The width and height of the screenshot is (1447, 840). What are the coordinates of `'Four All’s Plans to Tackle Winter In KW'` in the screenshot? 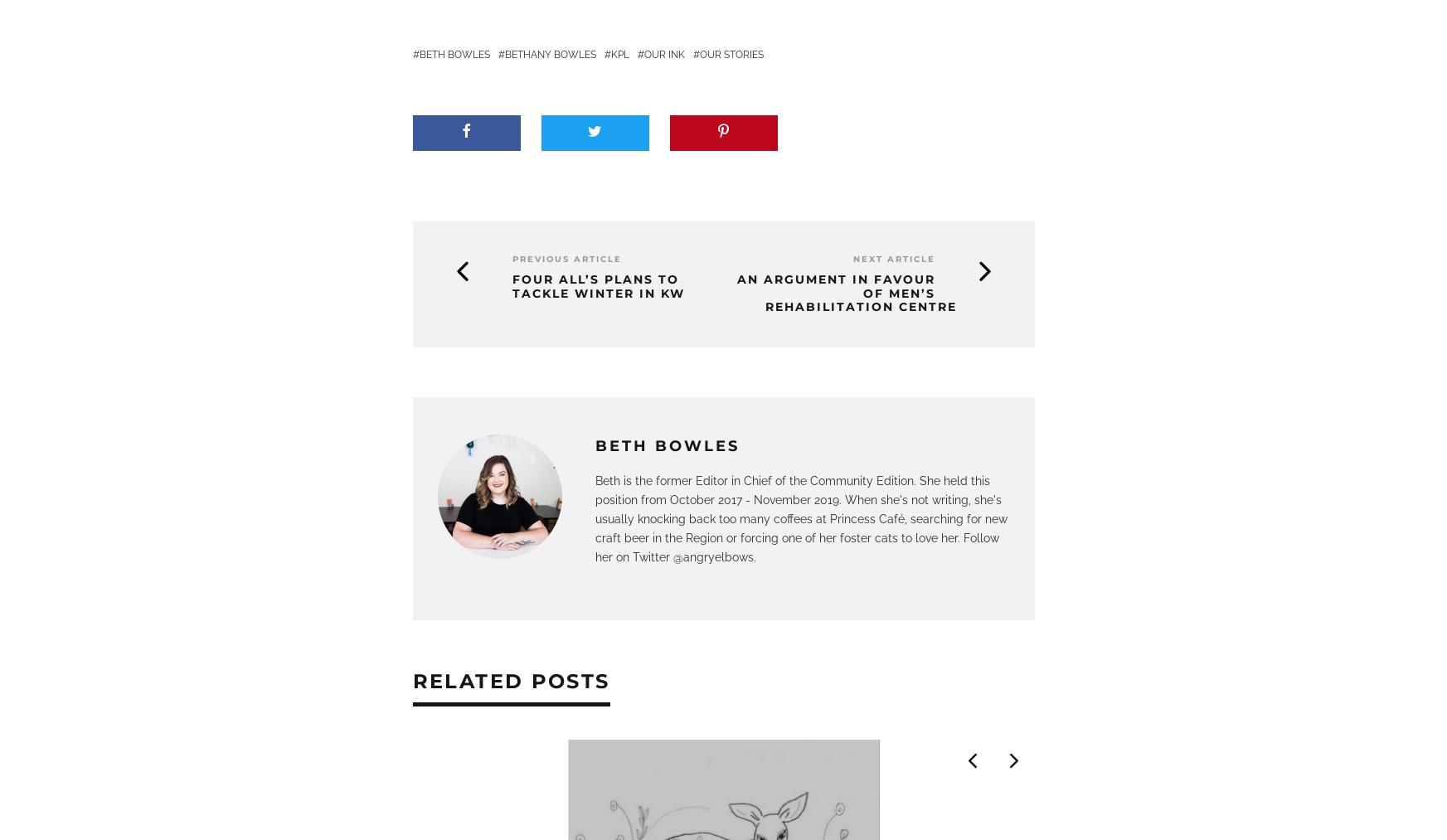 It's located at (511, 285).